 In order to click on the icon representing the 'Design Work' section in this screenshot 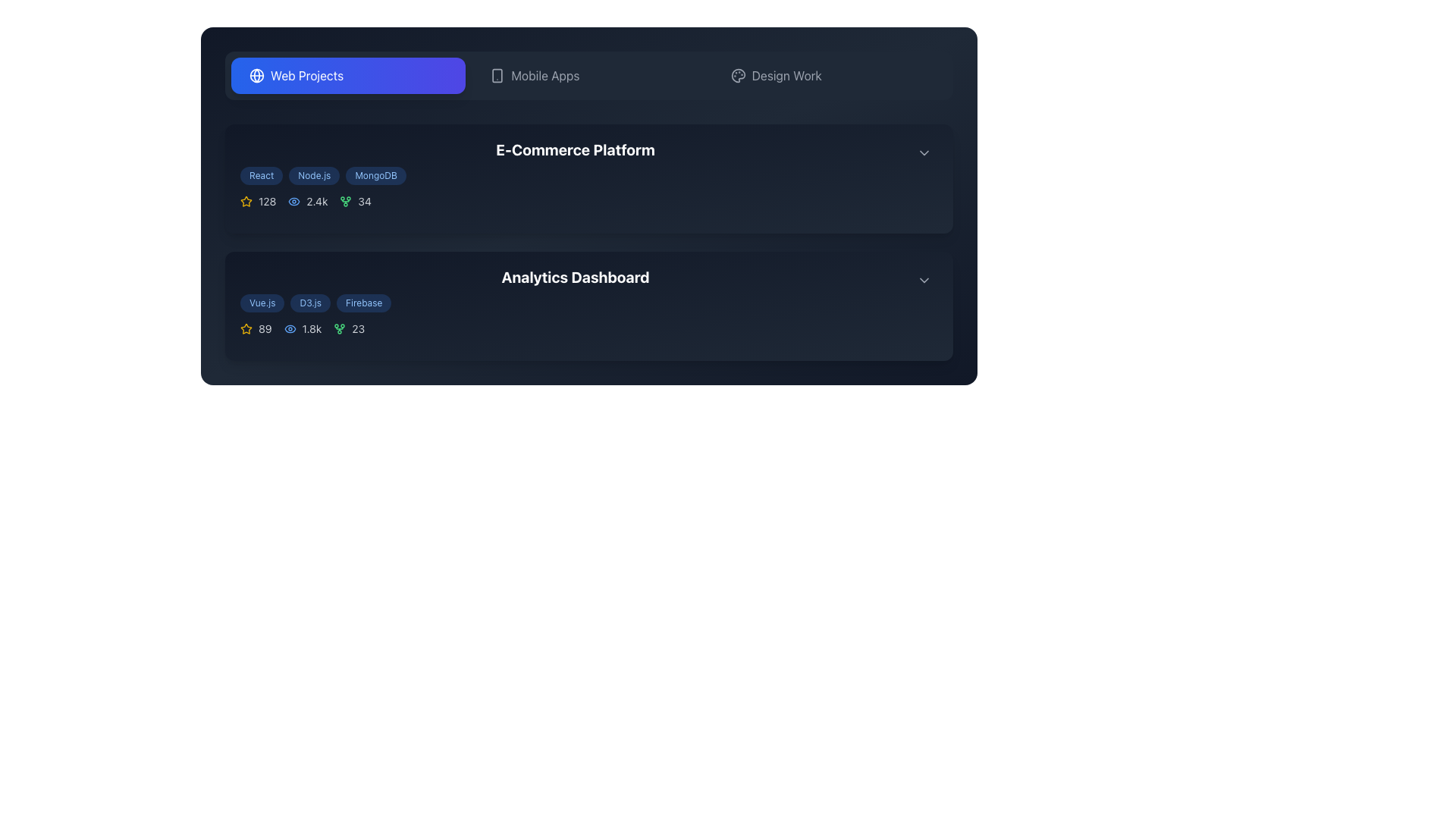, I will do `click(738, 76)`.